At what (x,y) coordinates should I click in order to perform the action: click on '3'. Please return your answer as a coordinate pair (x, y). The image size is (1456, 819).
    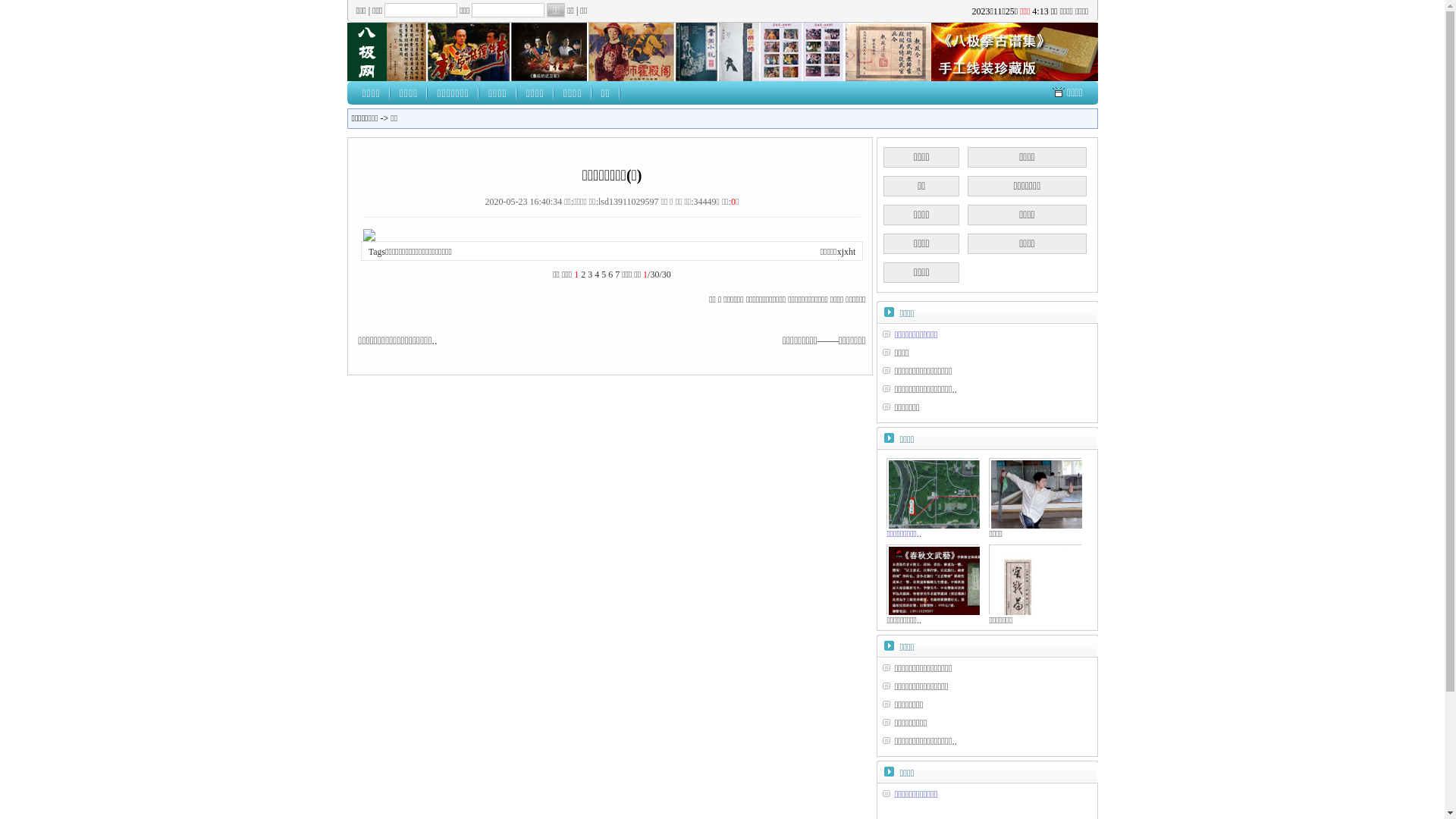
    Looking at the image, I should click on (586, 275).